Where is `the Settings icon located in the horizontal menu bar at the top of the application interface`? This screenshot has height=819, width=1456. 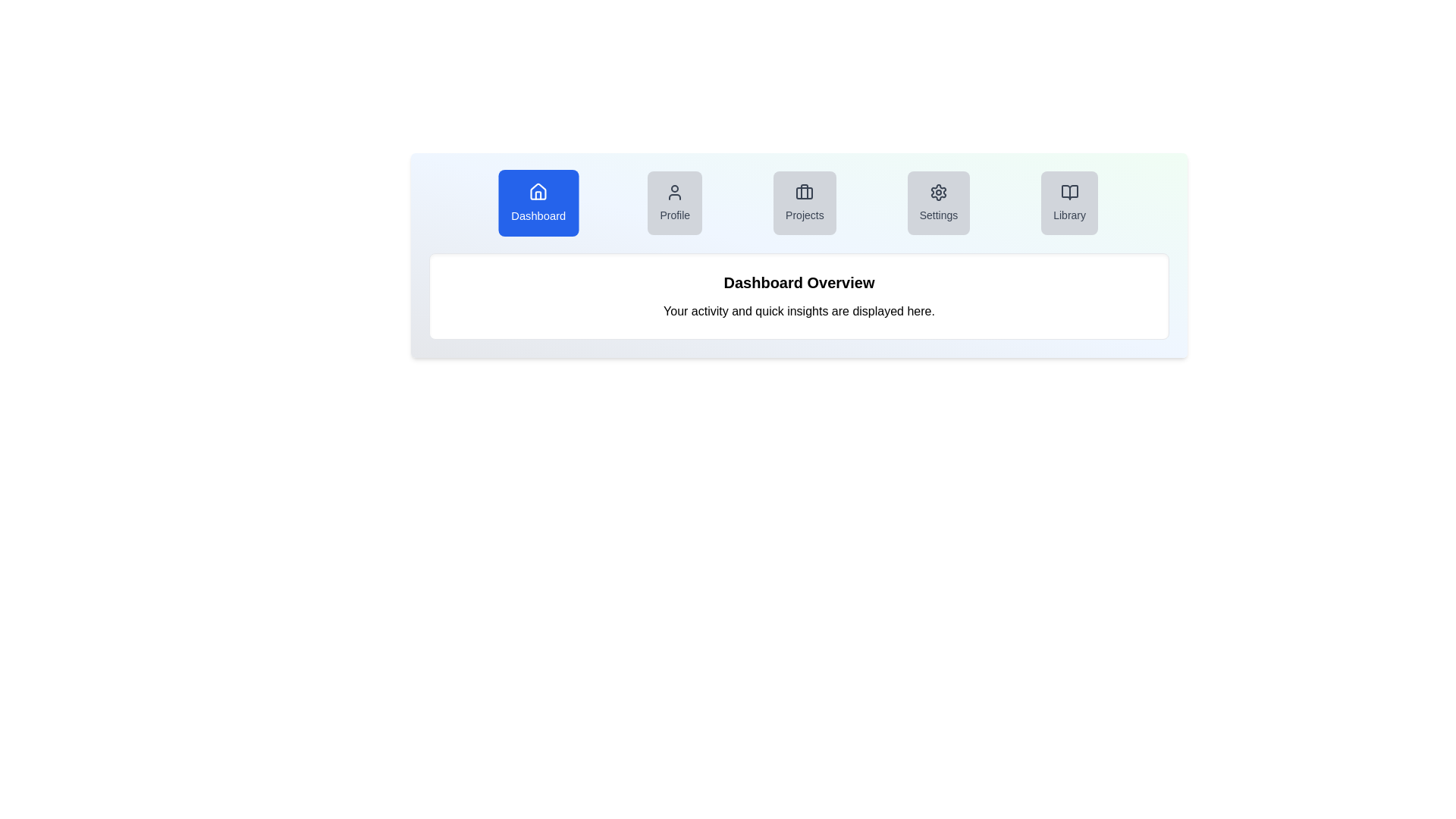 the Settings icon located in the horizontal menu bar at the top of the application interface is located at coordinates (938, 192).